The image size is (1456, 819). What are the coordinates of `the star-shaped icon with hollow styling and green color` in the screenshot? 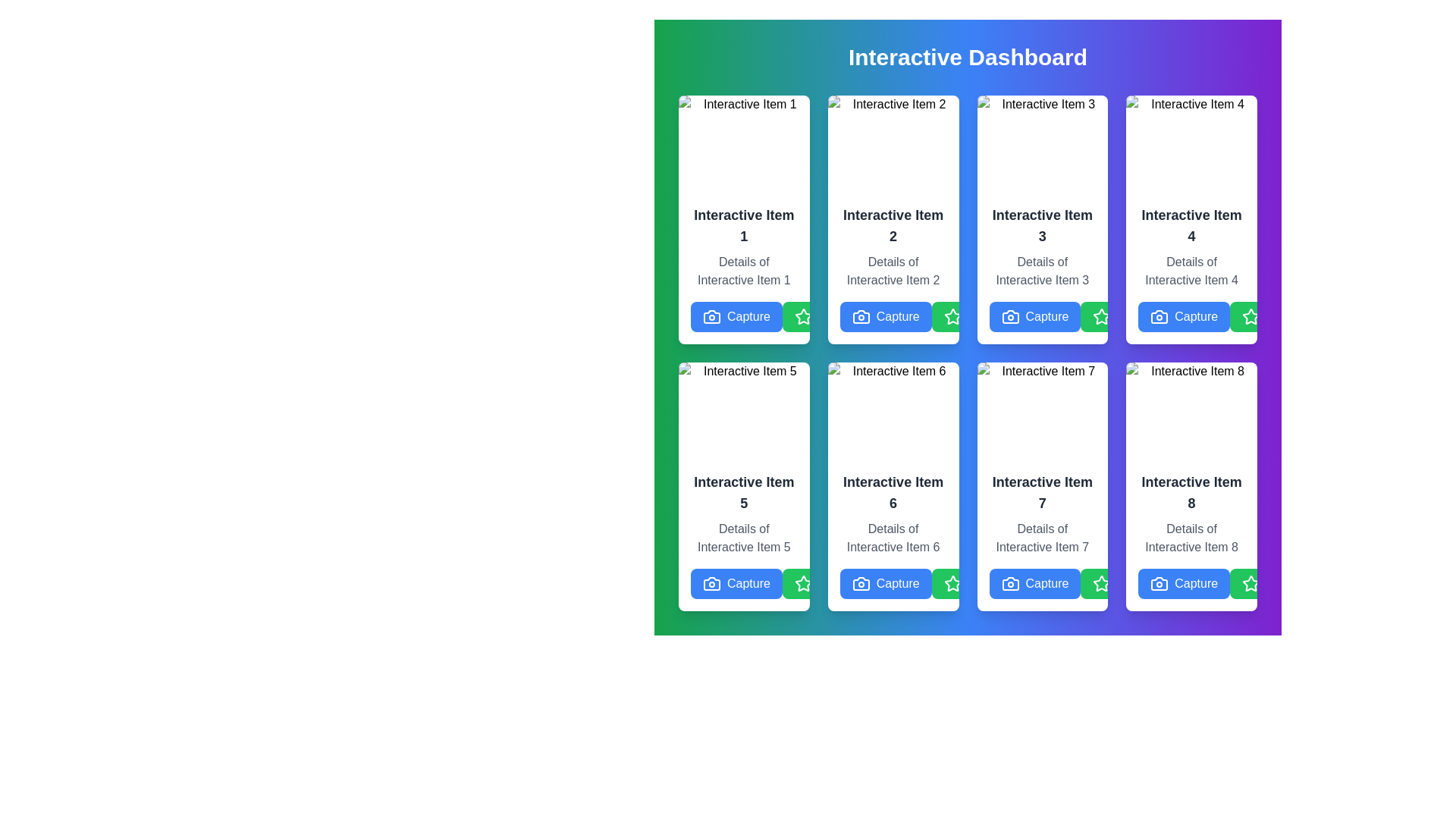 It's located at (1102, 315).